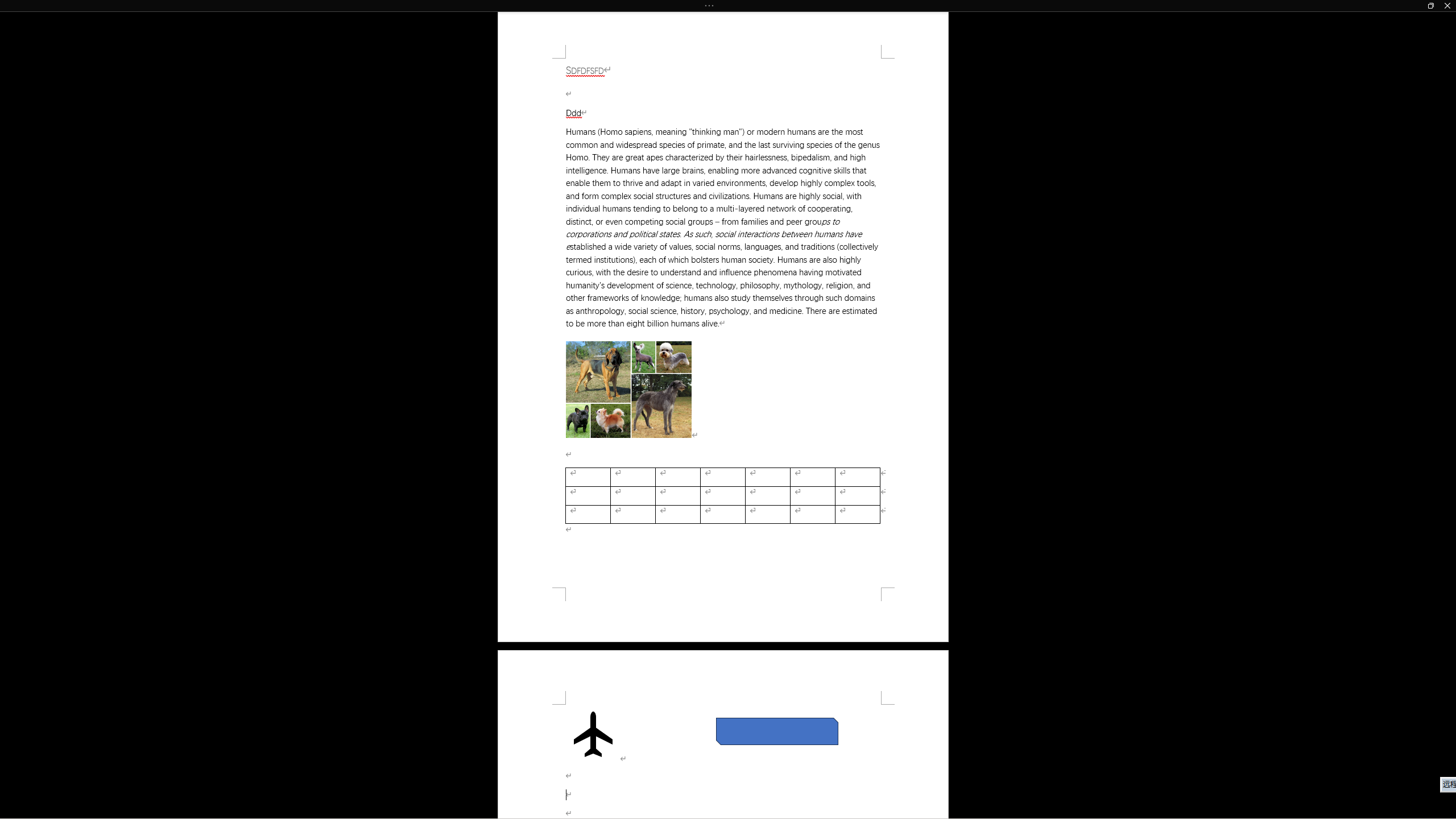 Image resolution: width=1456 pixels, height=819 pixels. I want to click on 'Airplane with solid fill', so click(593, 734).